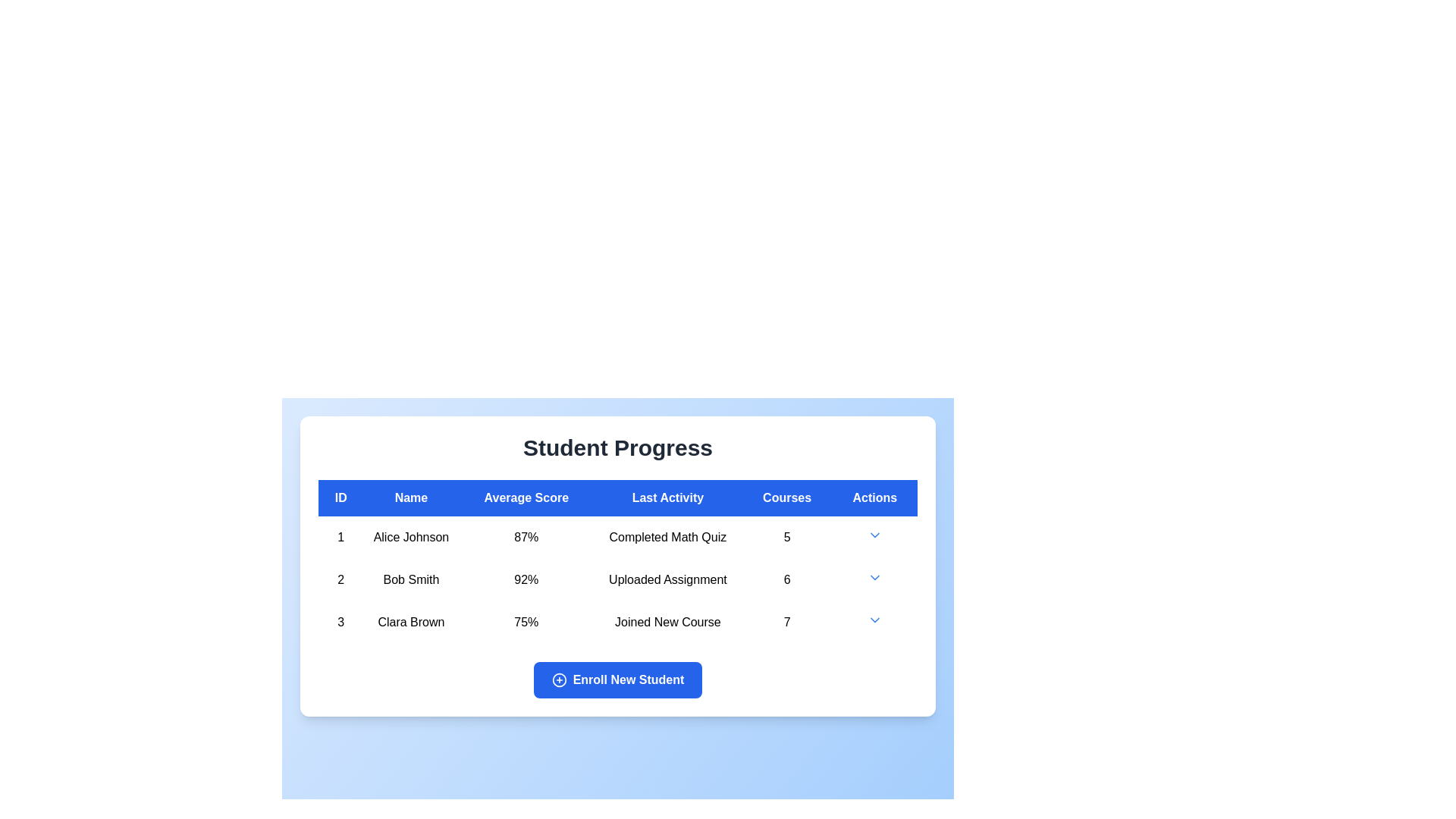 Image resolution: width=1456 pixels, height=819 pixels. Describe the element at coordinates (411, 579) in the screenshot. I see `the text element displaying 'Bob Smith' located in the second row of the table under the 'Name' column` at that location.